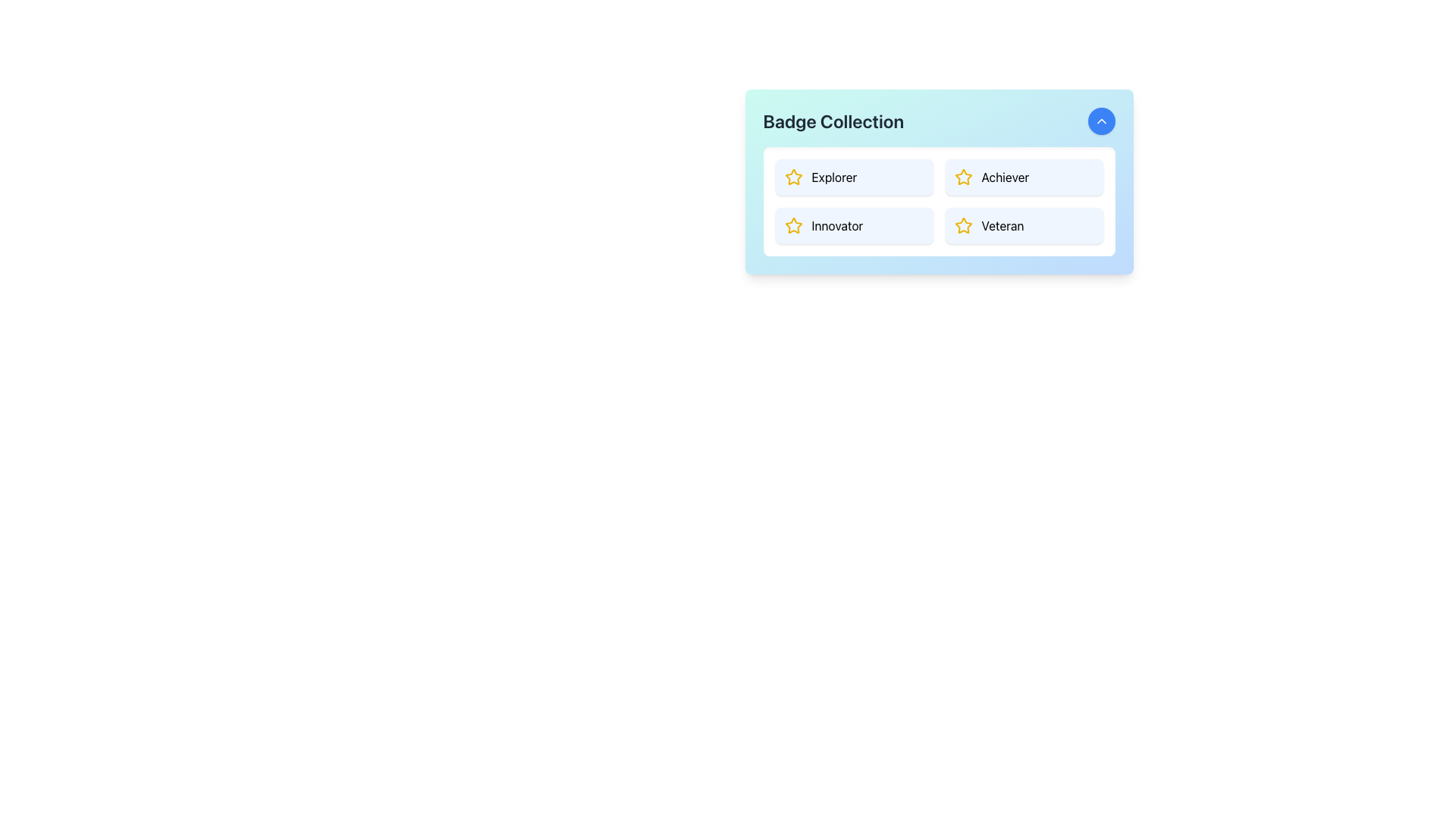  What do you see at coordinates (833, 177) in the screenshot?
I see `the text label for the badge named 'Explorer', which is the first badge in the grid layout, located in the top-left quadrant with a star icon to its left` at bounding box center [833, 177].